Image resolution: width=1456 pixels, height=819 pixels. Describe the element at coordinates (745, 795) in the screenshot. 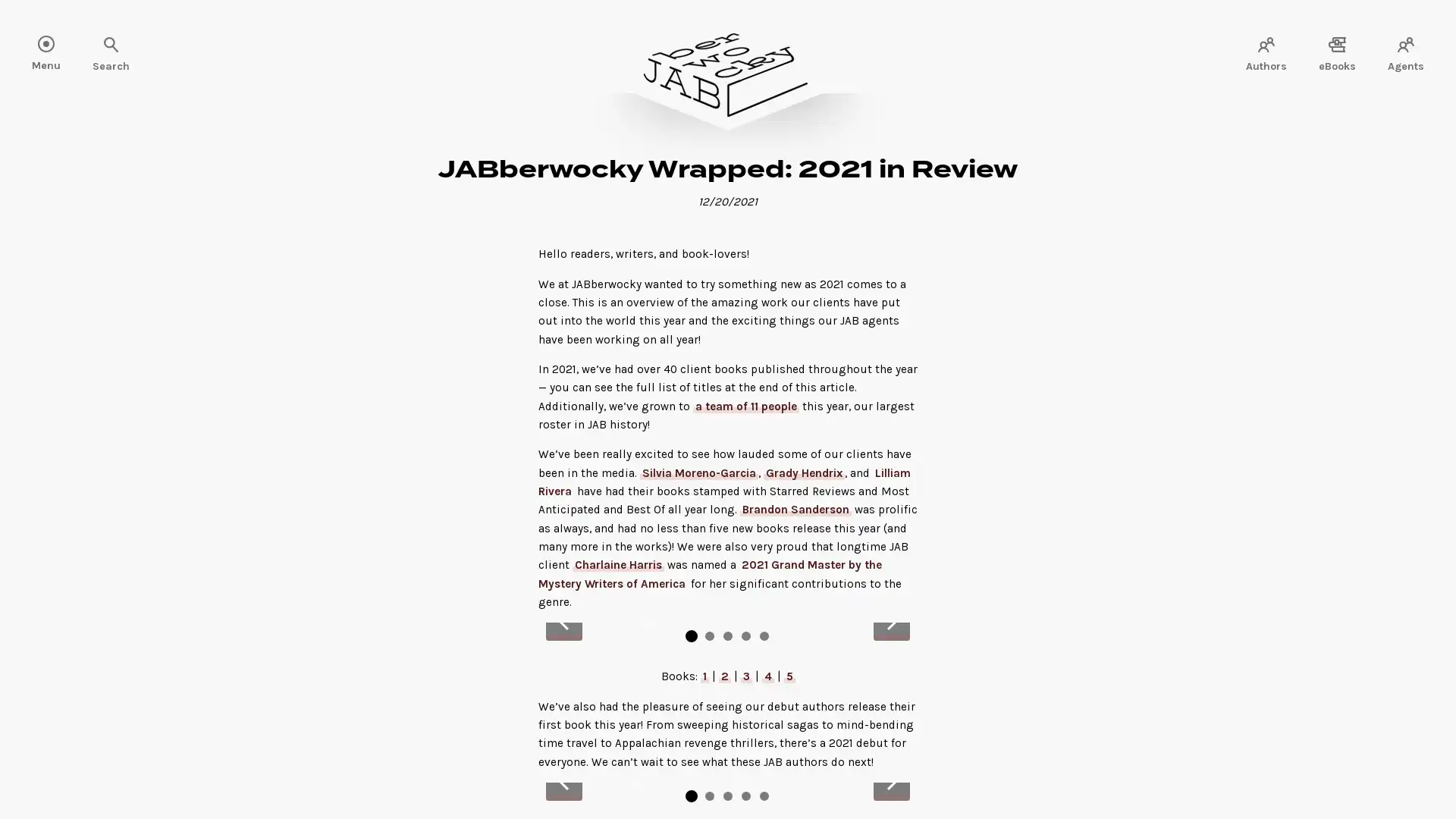

I see `Go to slide 4` at that location.